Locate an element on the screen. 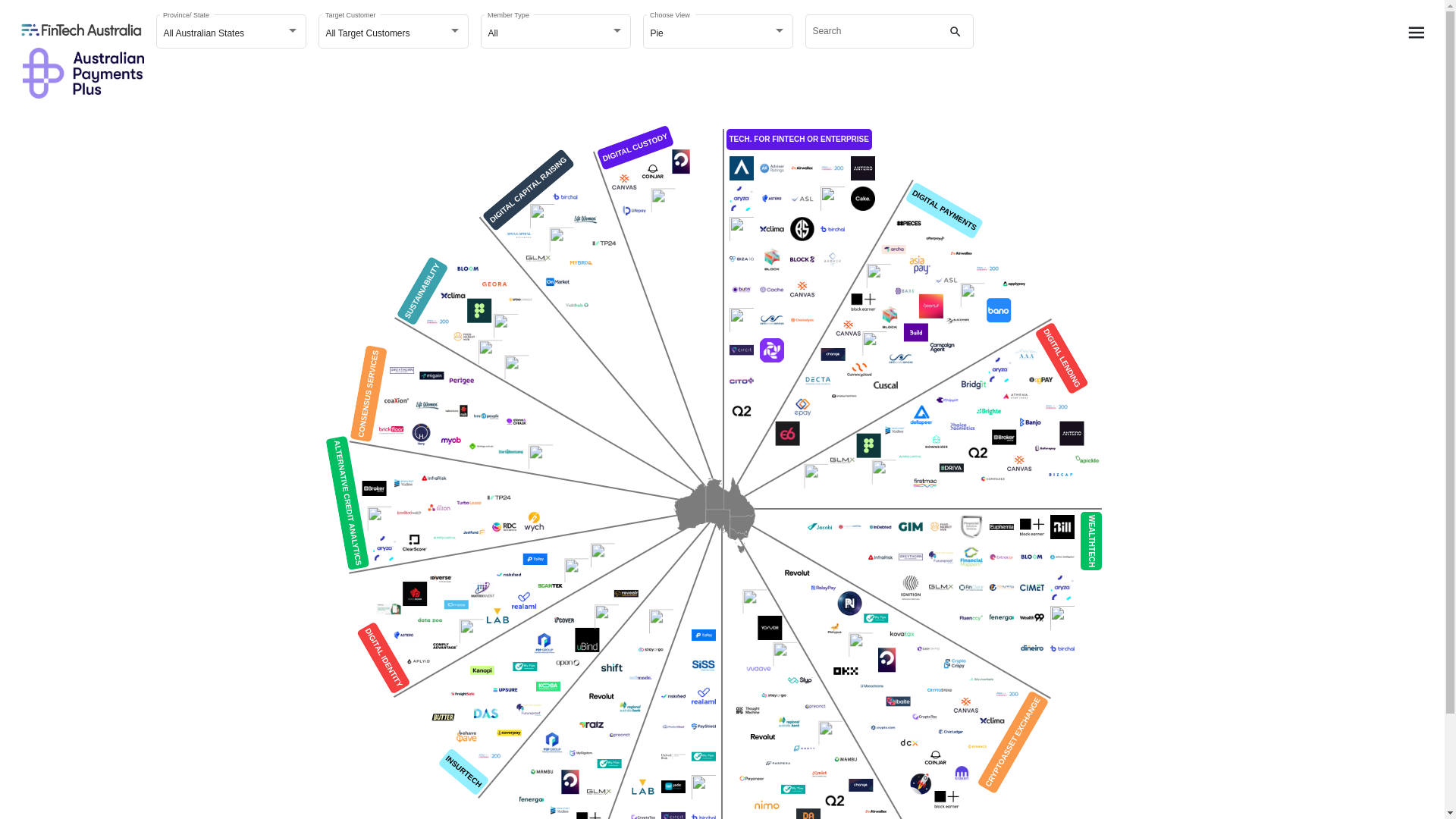  'Selfmade Super Financial Services' is located at coordinates (640, 677).